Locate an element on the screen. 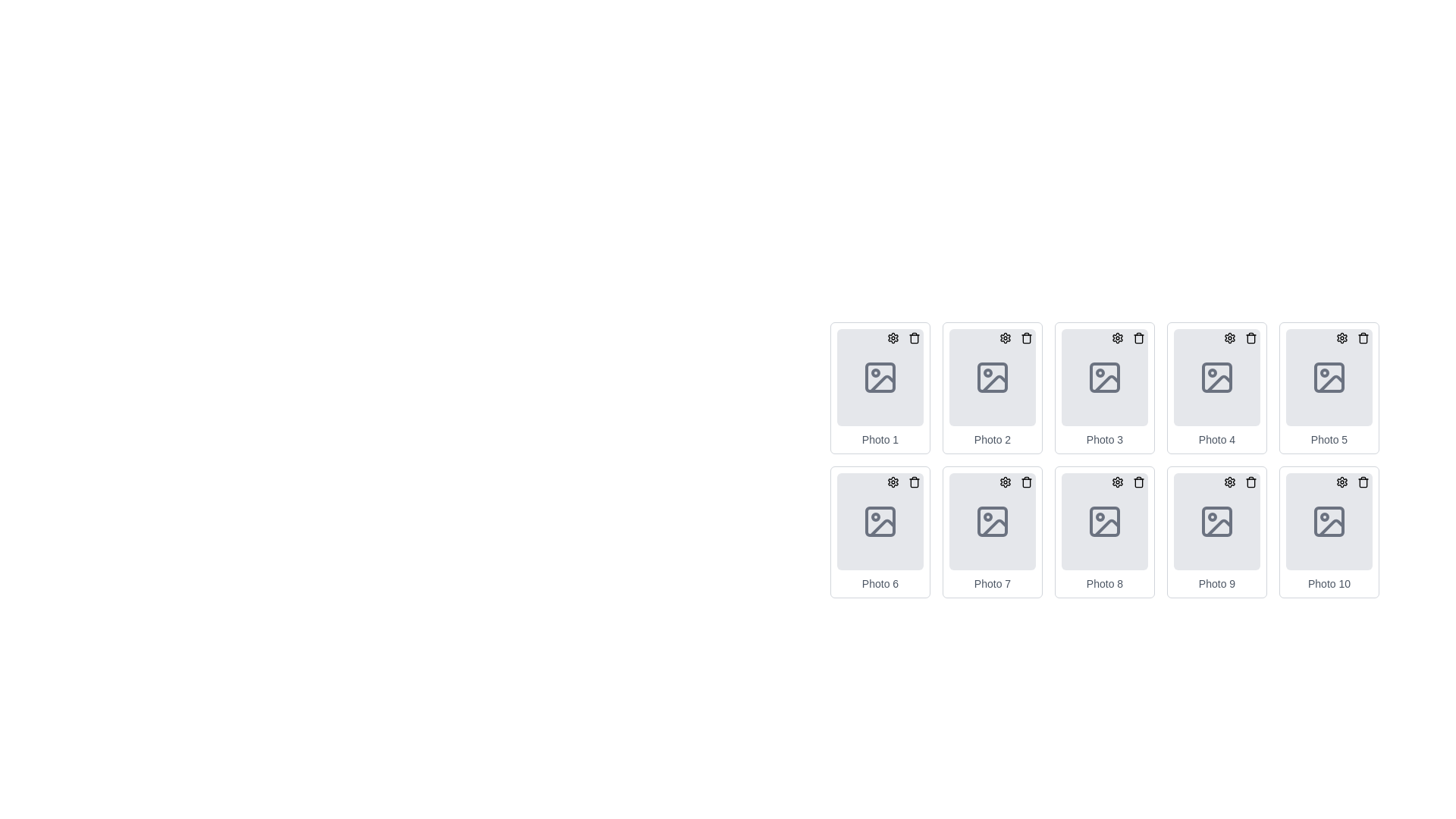  the Image placeholder box that has a light gray background with an image icon and the text 'Photo 1' below it is located at coordinates (880, 388).